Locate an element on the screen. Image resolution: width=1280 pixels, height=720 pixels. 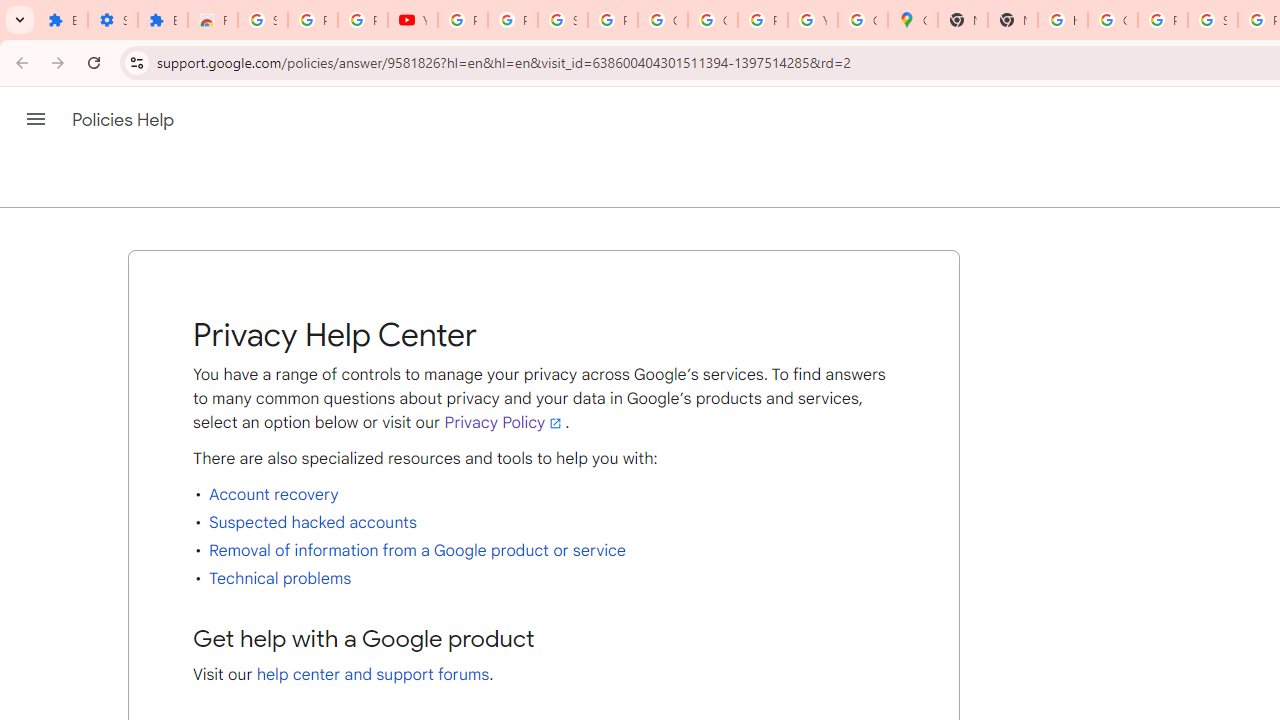
'New Tab' is located at coordinates (1013, 20).